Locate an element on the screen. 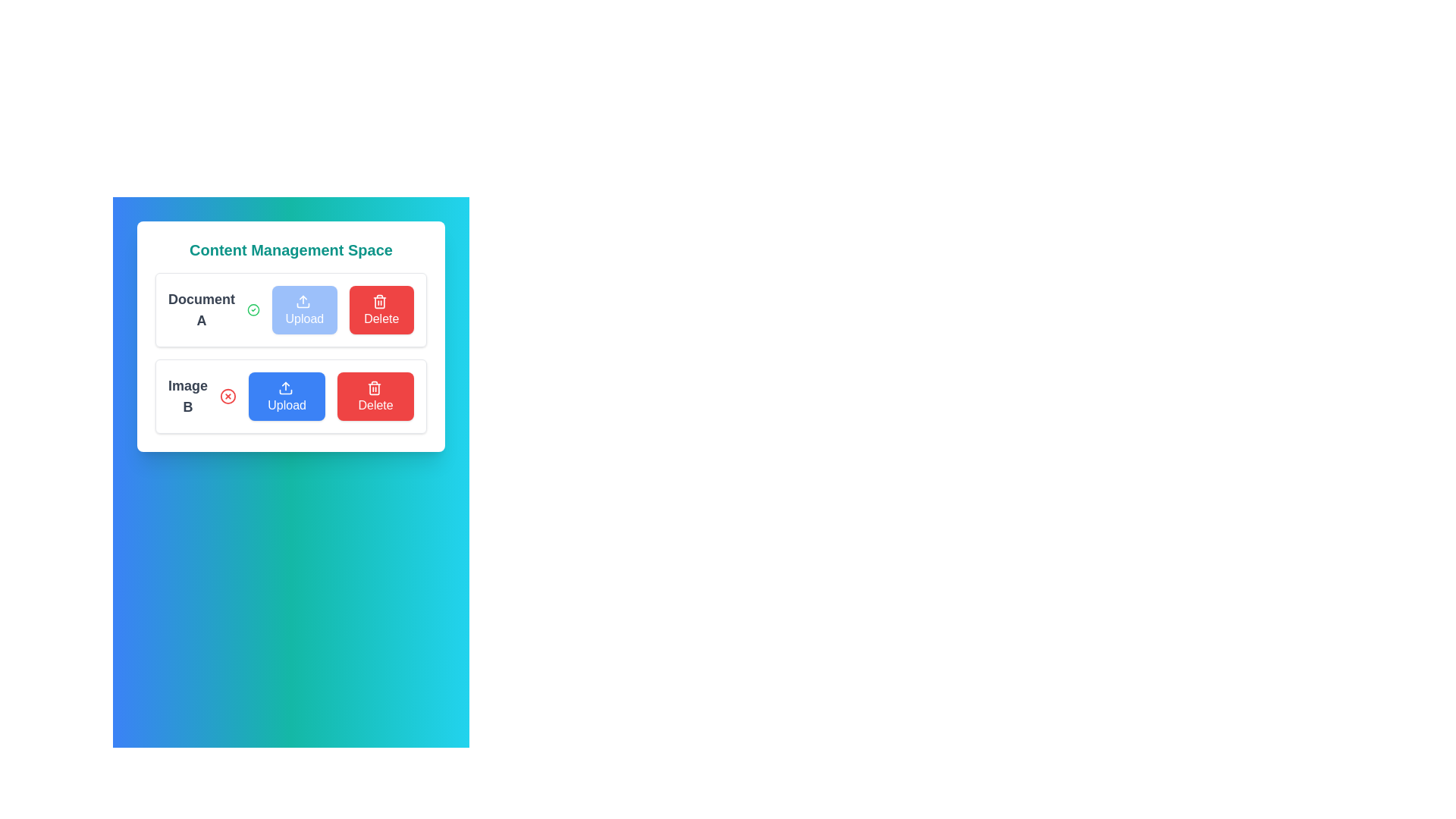 Image resolution: width=1456 pixels, height=819 pixels. the 'Upload' button represented by the horizontal line segment at the bottom of the SVG icon associated with 'Image B' is located at coordinates (285, 391).